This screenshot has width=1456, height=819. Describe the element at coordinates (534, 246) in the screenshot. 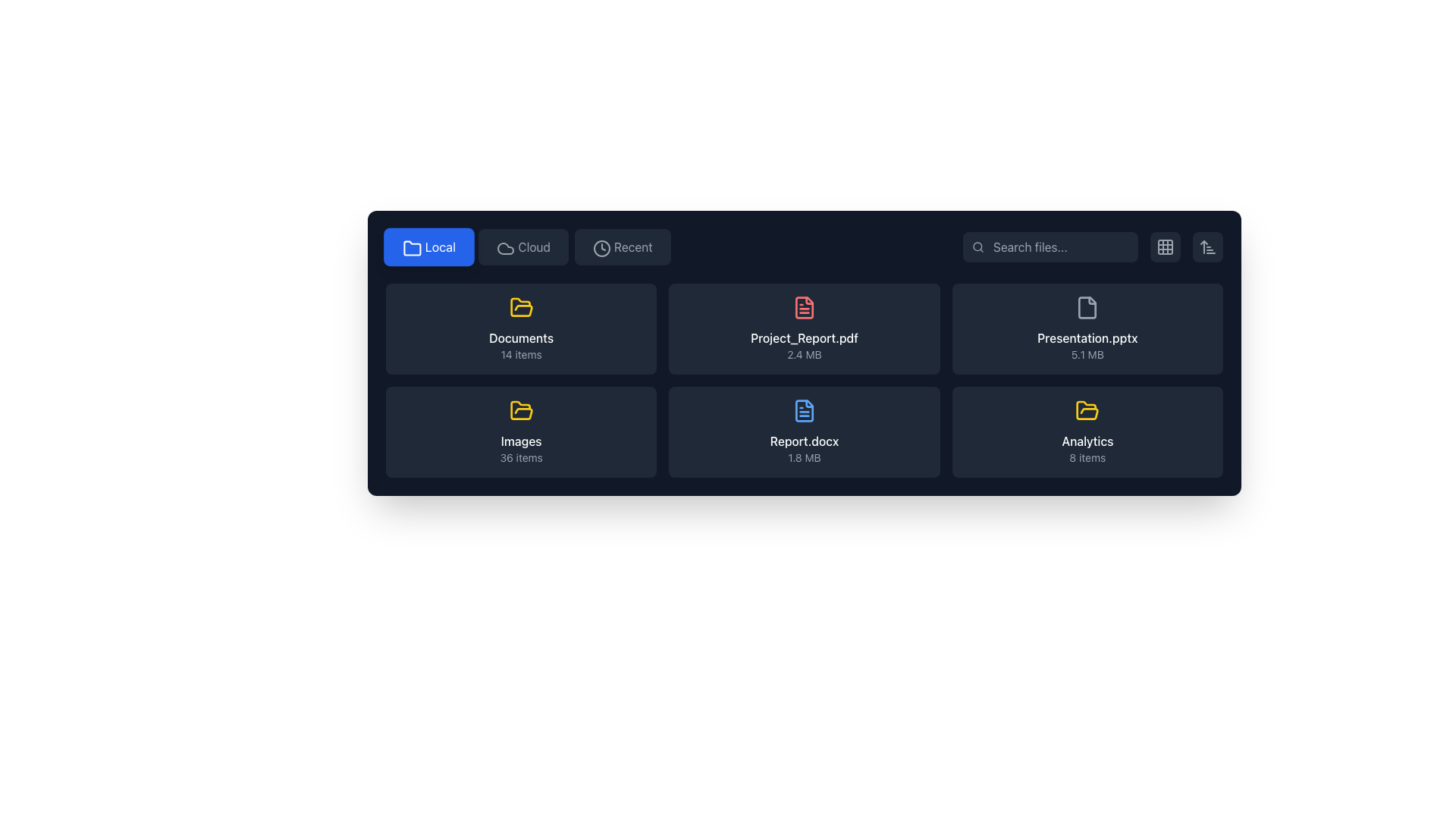

I see `the button labeled 'Cloud' which is visually represented by the text 'Cloud' in light gray on a dark background, positioned between the 'Local' and 'Recent' buttons` at that location.